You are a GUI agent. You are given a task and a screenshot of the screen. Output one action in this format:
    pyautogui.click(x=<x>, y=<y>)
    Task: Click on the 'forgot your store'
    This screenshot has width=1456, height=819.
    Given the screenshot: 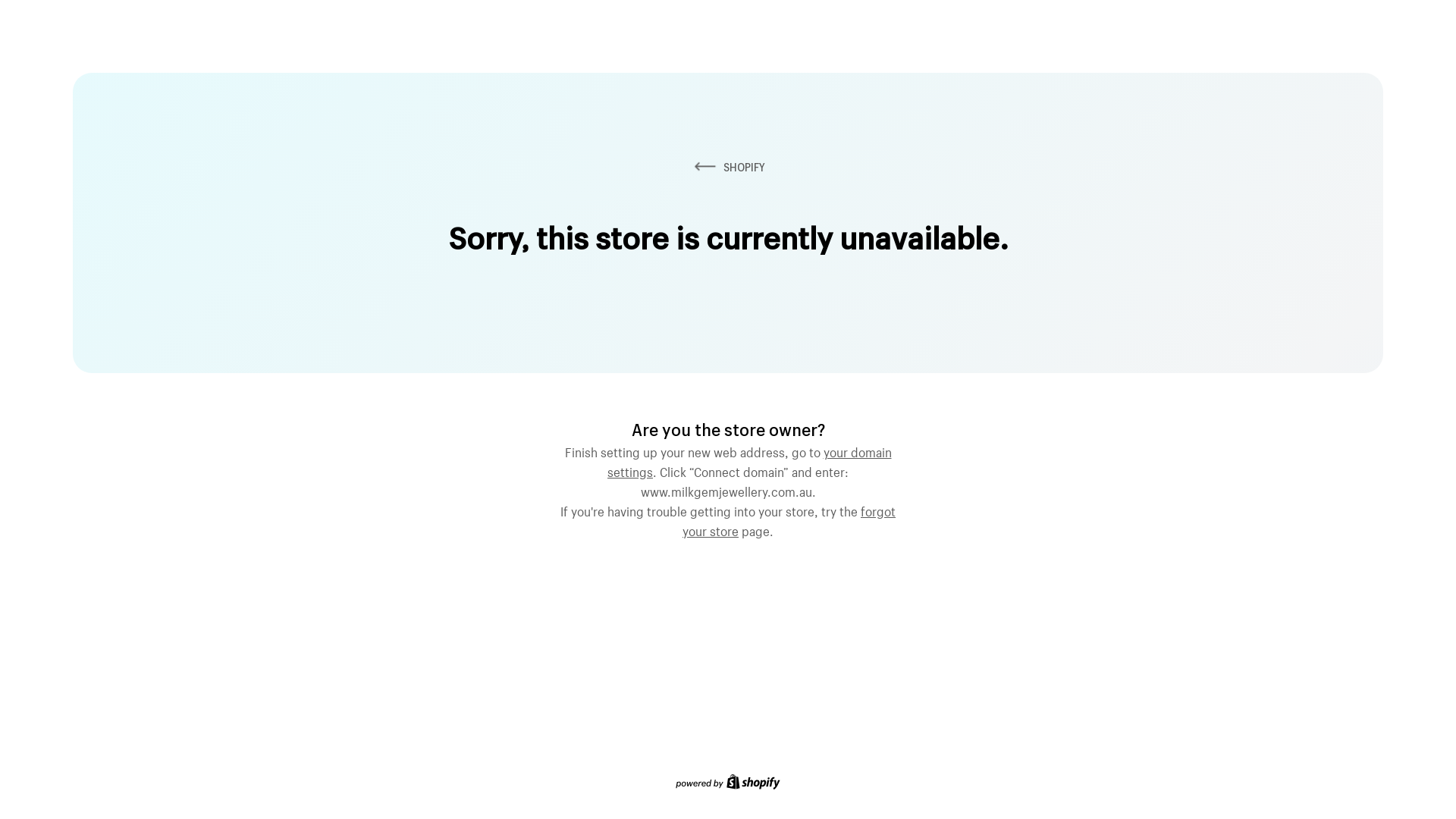 What is the action you would take?
    pyautogui.click(x=789, y=519)
    